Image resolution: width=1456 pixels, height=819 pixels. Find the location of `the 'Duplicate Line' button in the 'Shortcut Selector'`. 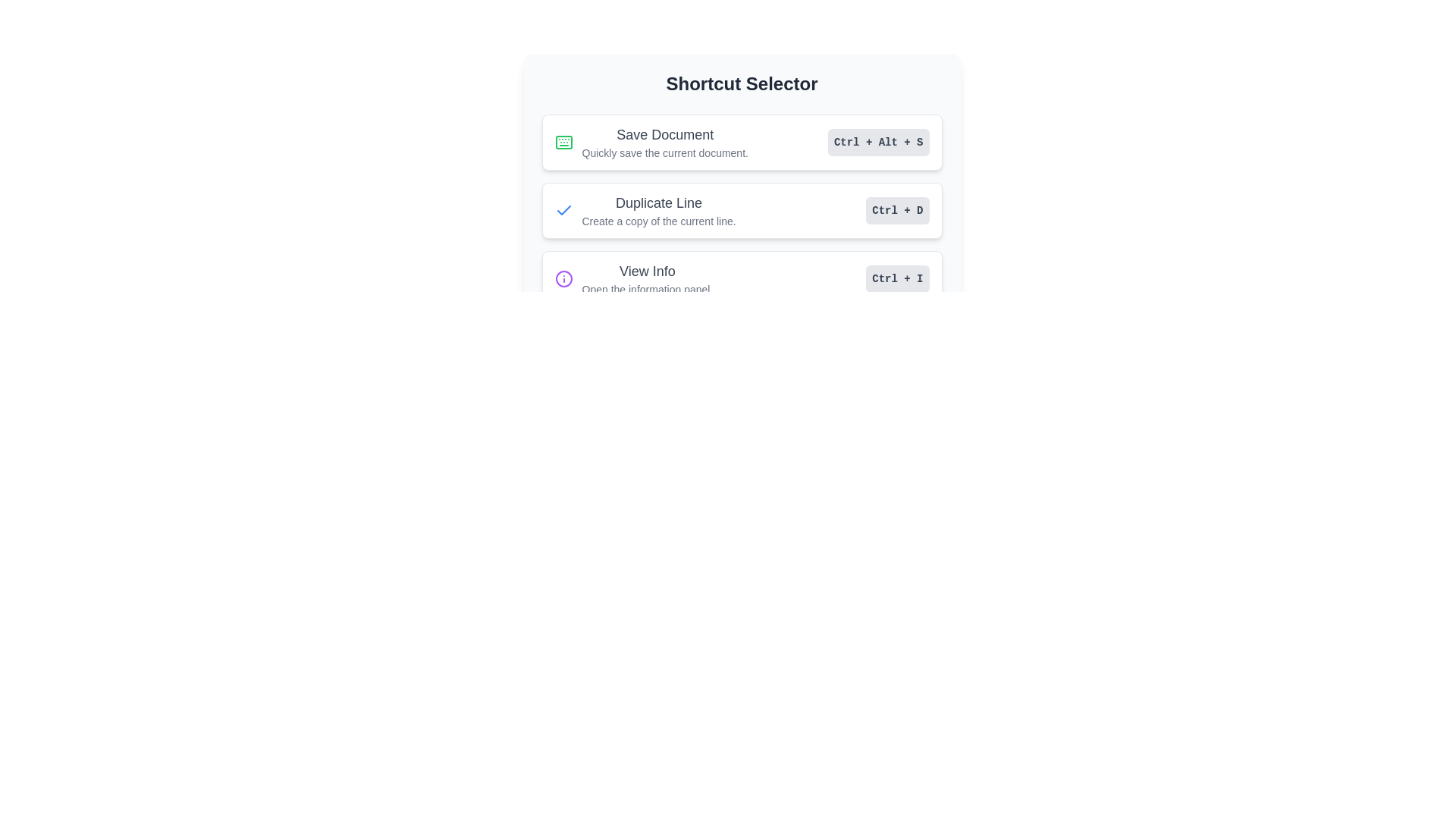

the 'Duplicate Line' button in the 'Shortcut Selector' is located at coordinates (742, 210).